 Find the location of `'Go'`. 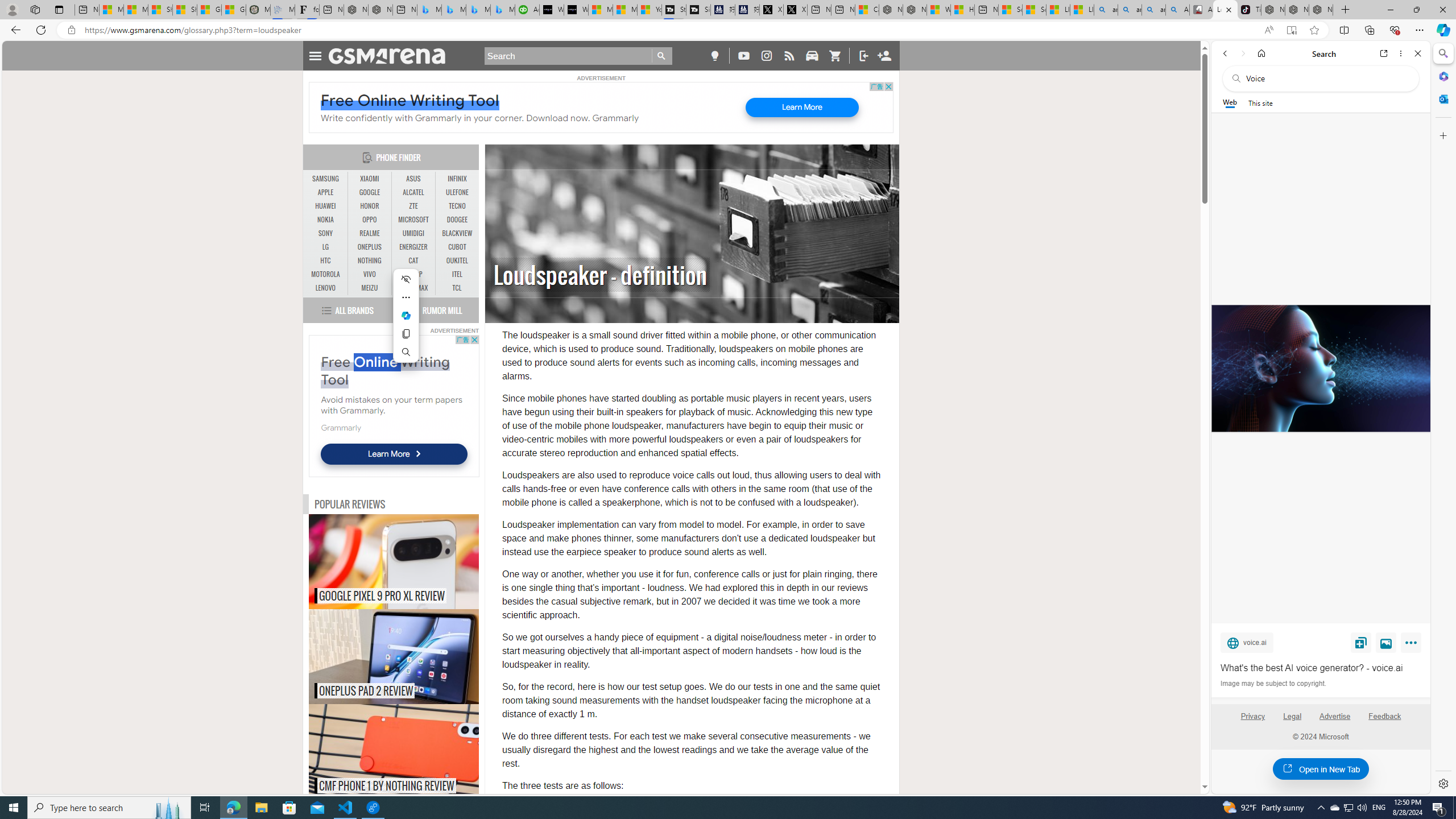

'Go' is located at coordinates (661, 55).